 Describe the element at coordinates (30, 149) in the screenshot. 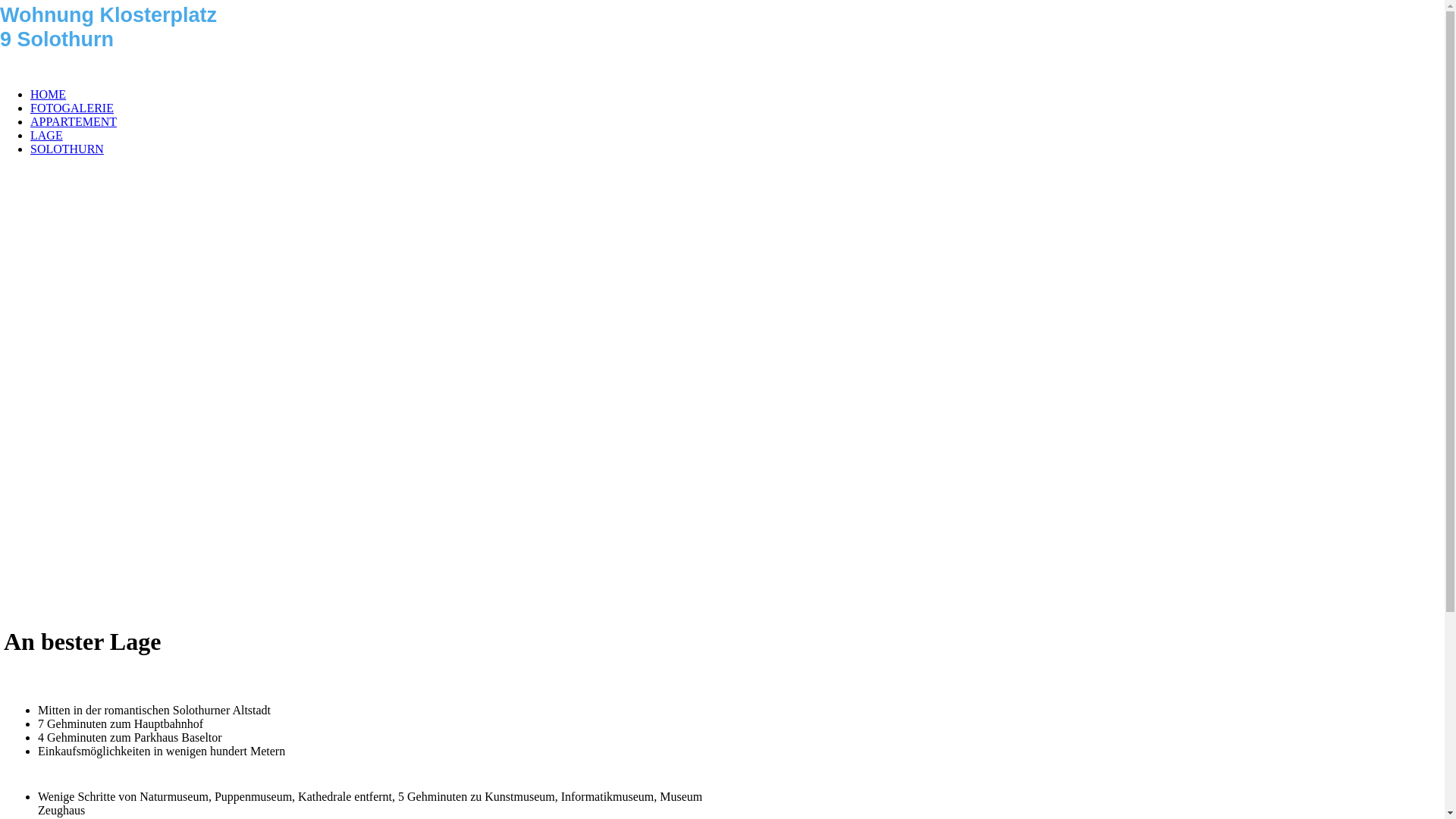

I see `'SOLOTHURN'` at that location.